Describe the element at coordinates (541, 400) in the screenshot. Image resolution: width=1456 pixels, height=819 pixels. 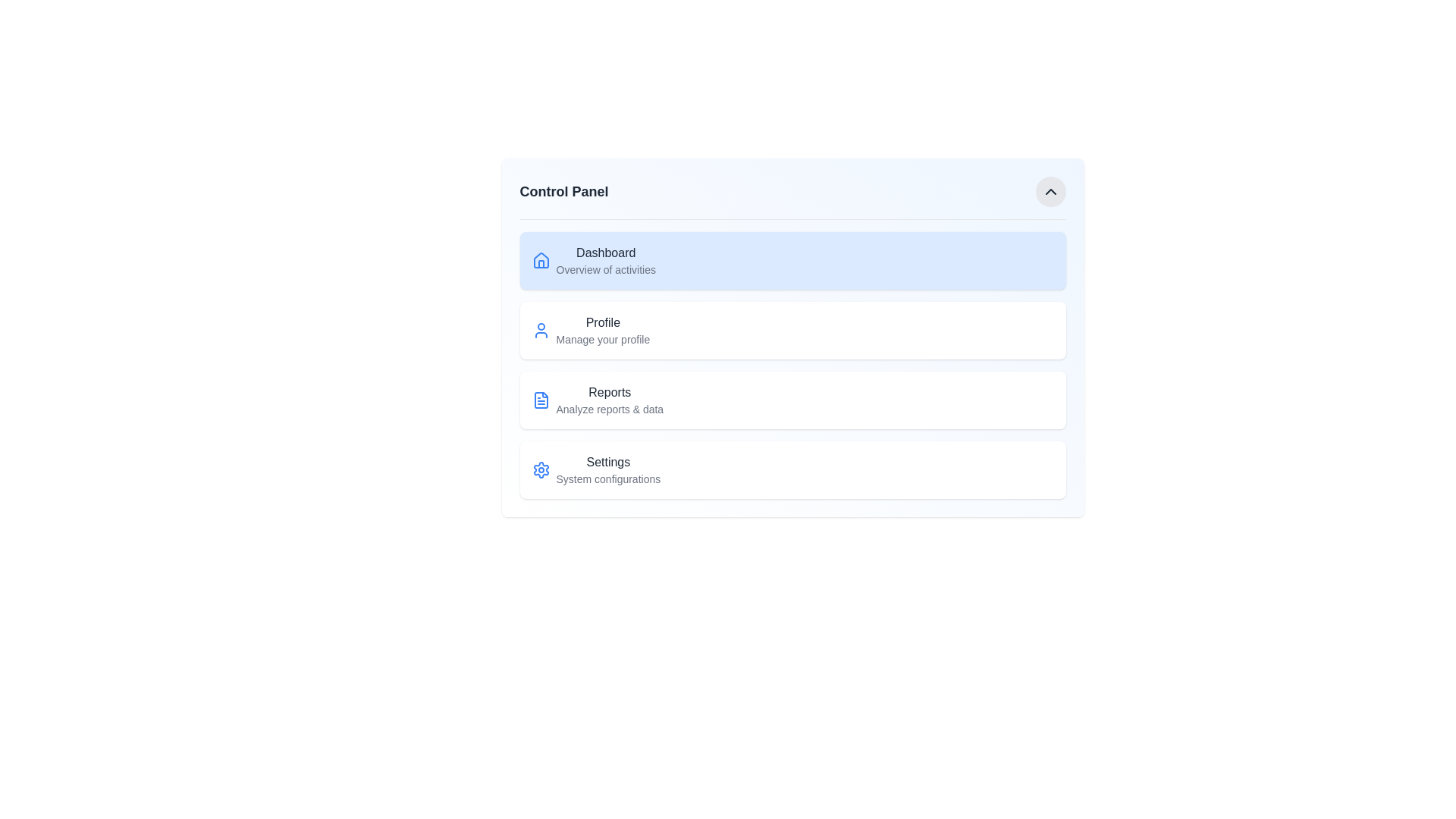
I see `the blue file icon in the 'Reports' section, which is positioned to the left of the text 'Reports' and 'Analyze reports & data'` at that location.